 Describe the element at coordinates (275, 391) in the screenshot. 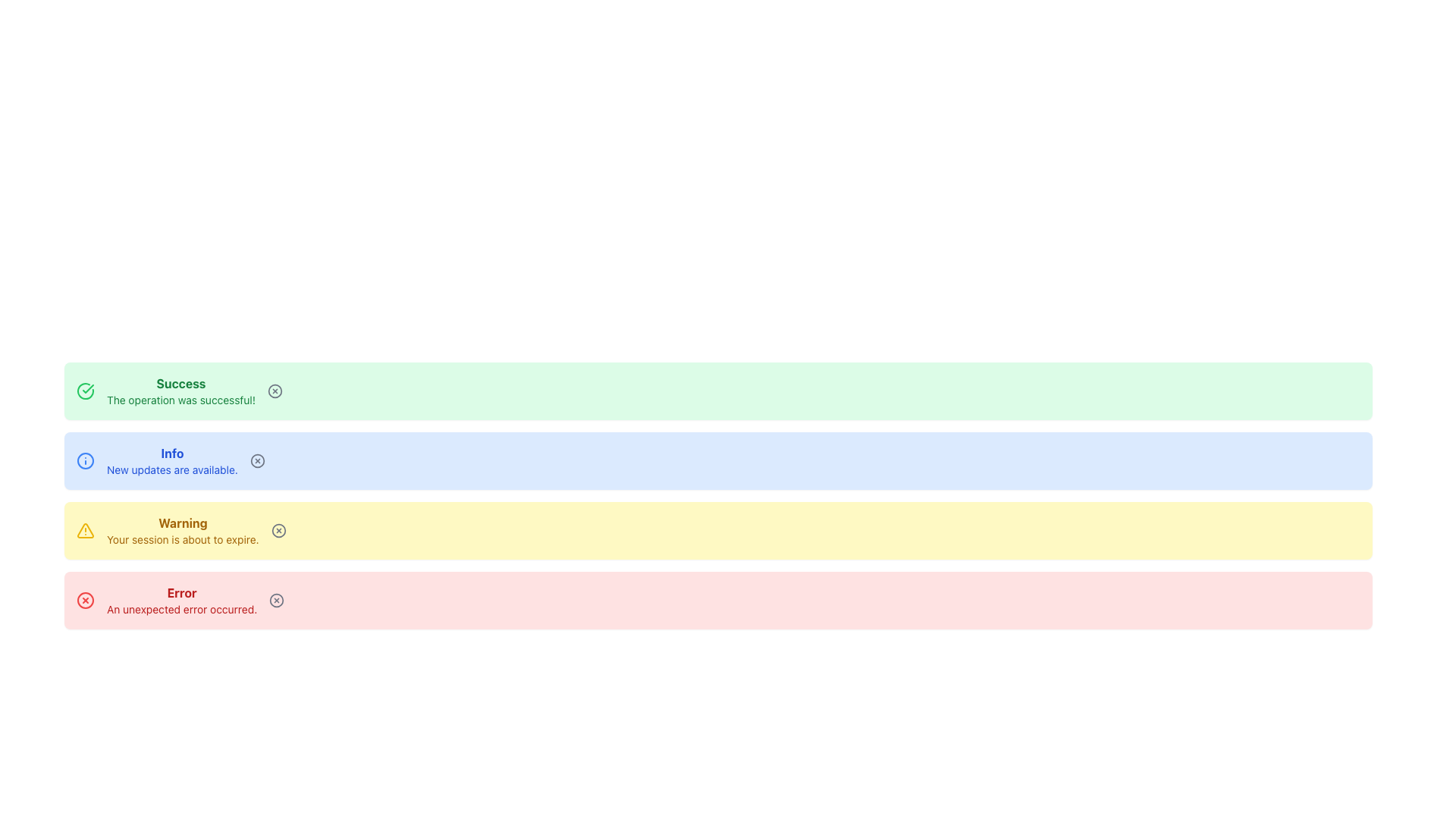

I see `the button located at the right end of the success alert notification` at that location.